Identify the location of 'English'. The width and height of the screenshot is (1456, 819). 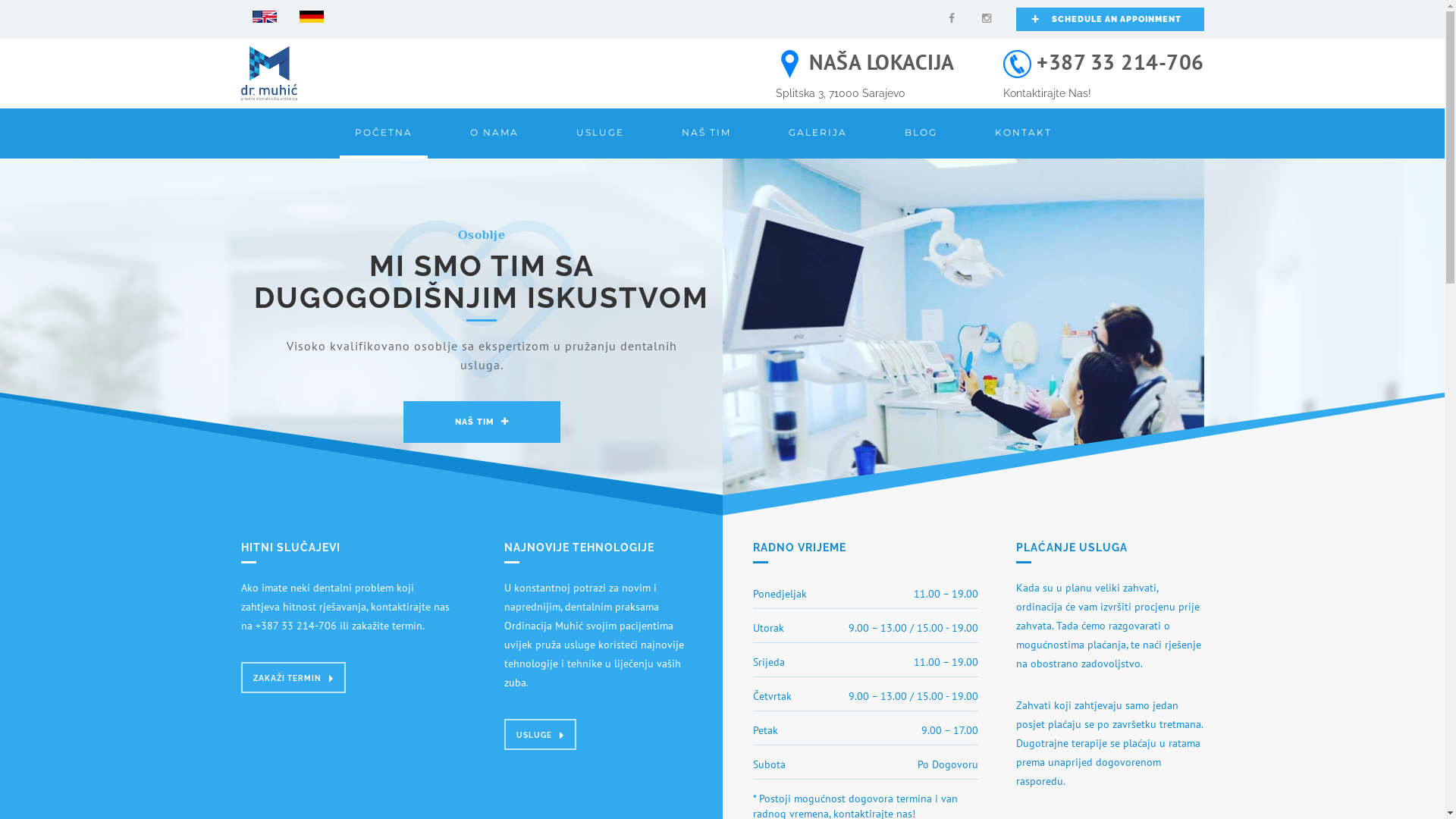
(263, 14).